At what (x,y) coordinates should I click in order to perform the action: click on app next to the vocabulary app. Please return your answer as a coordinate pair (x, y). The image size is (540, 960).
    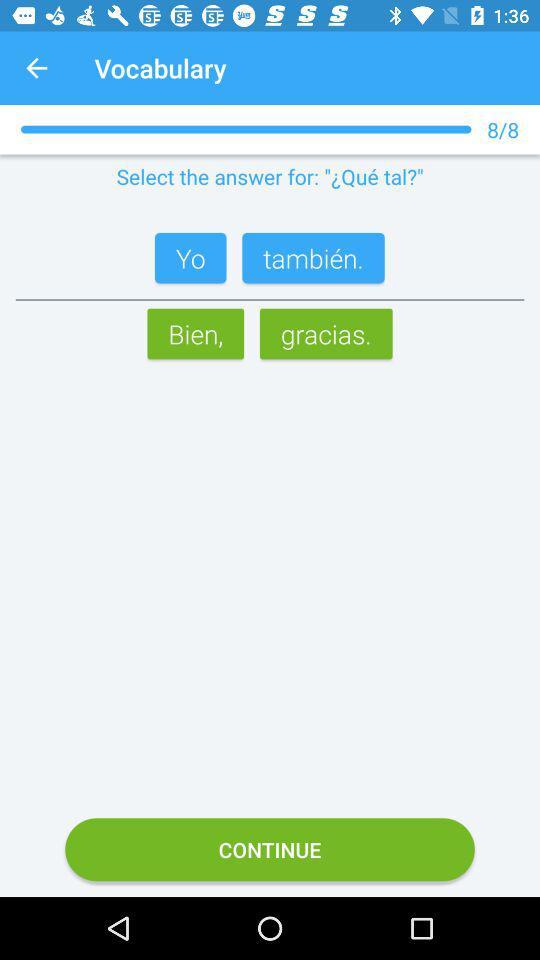
    Looking at the image, I should click on (36, 68).